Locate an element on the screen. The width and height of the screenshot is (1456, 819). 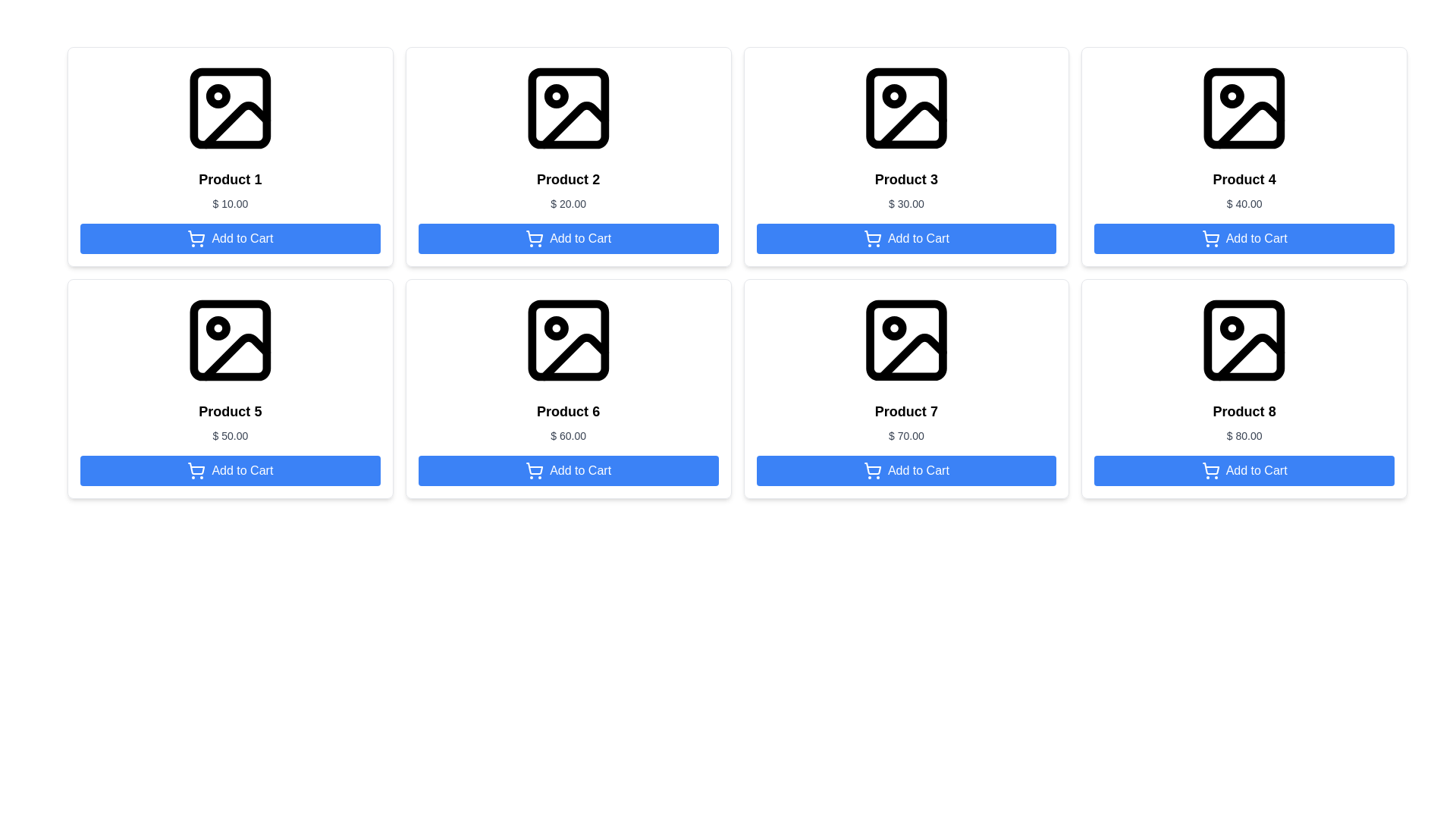
the cart icon located in the 'Add to Cart' button for Product 7, which is positioned in the second row, third column of the grid layout is located at coordinates (872, 470).